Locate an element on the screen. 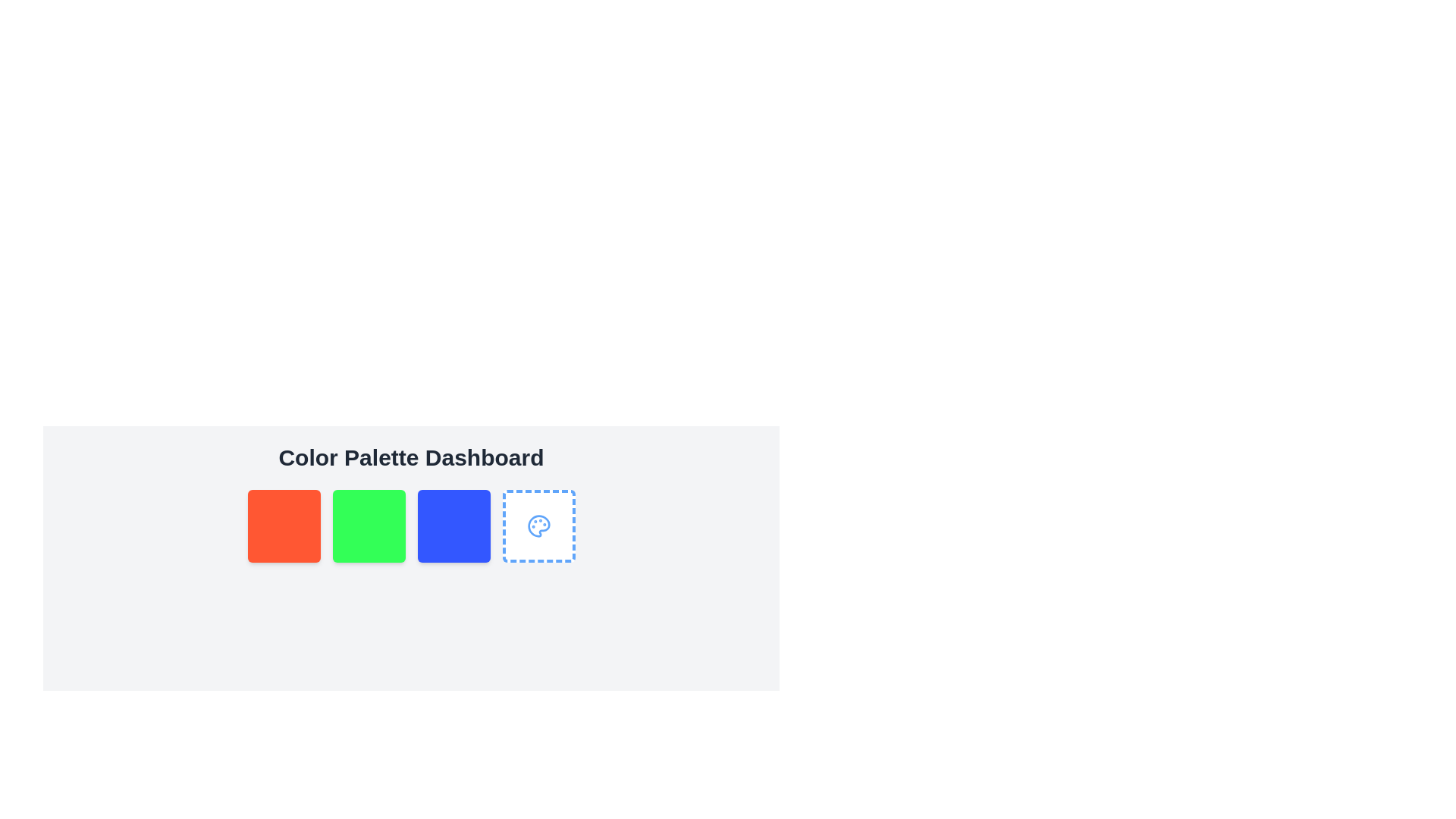  the first color swatch in the color palette located under the 'Color Palette Dashboard' title is located at coordinates (284, 526).